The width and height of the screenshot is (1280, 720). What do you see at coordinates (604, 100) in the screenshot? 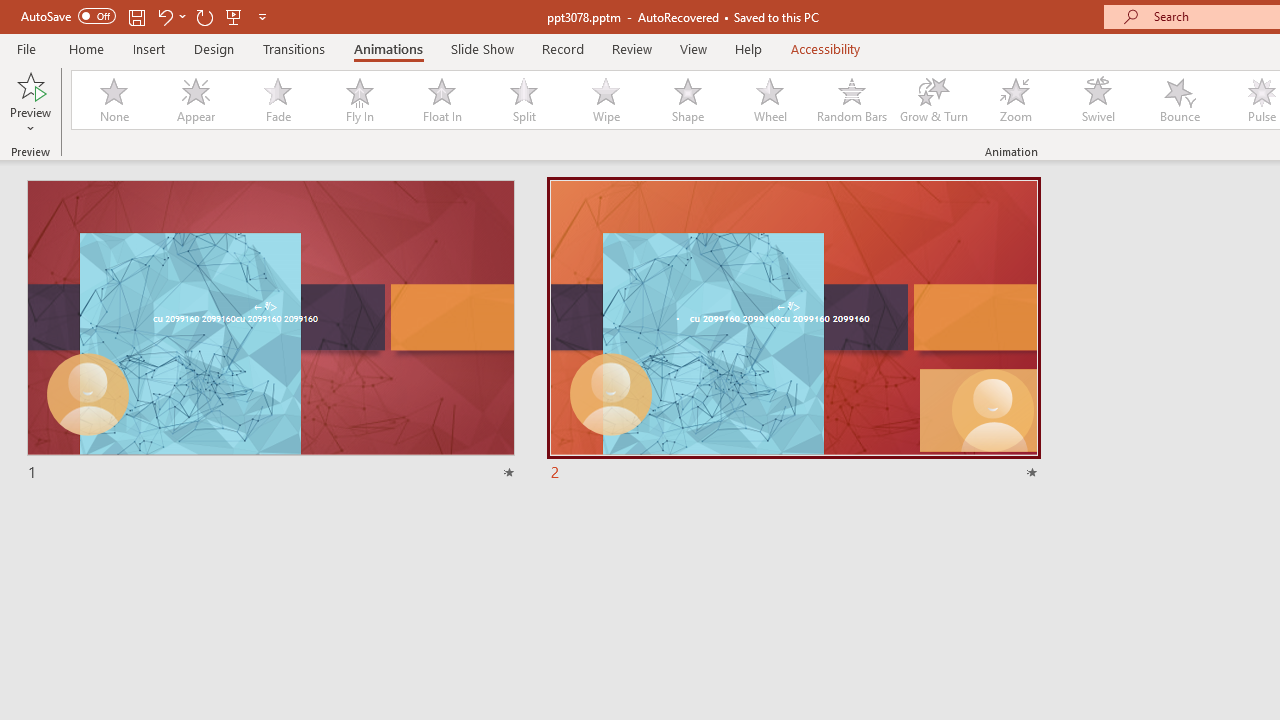
I see `'Wipe'` at bounding box center [604, 100].